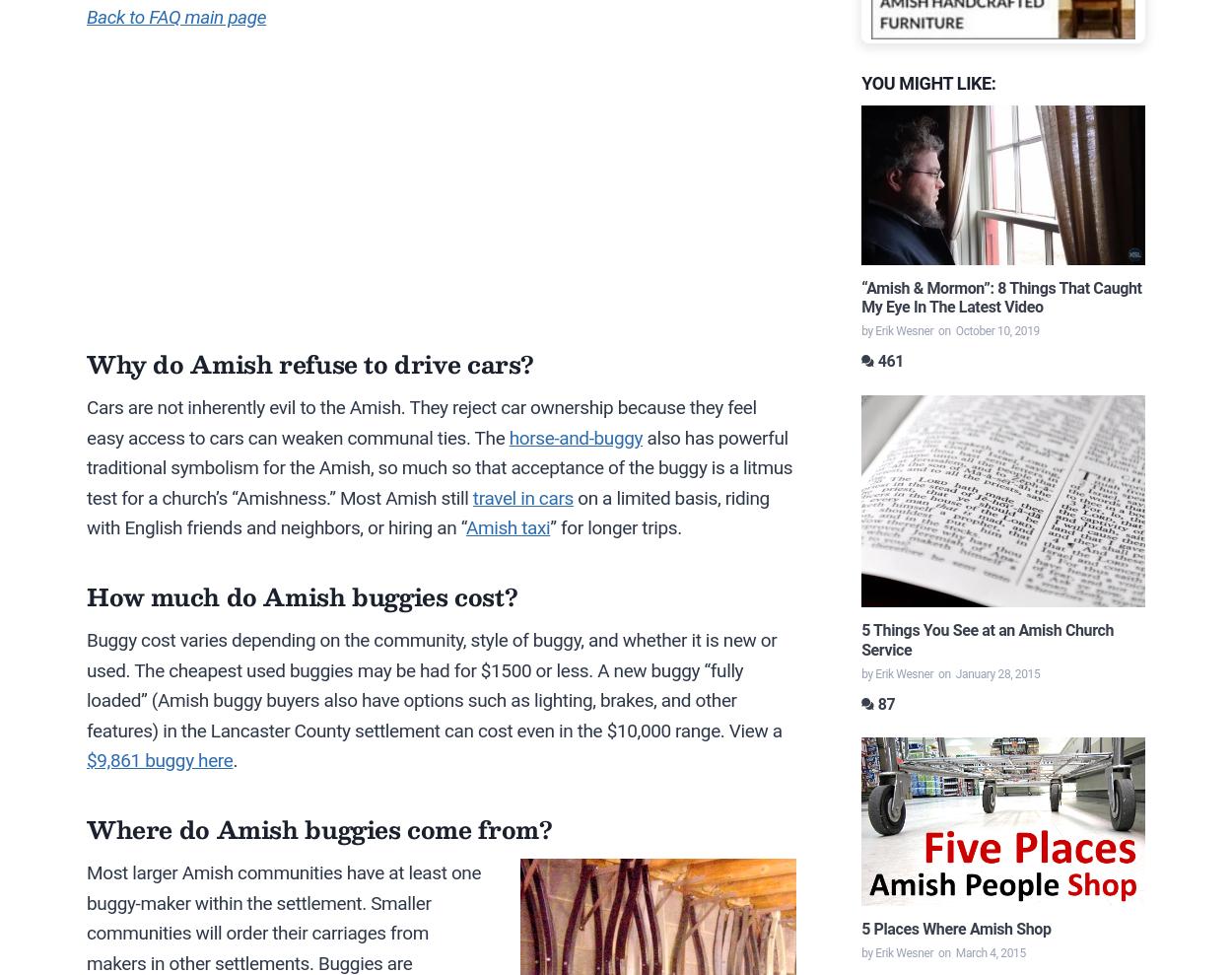 This screenshot has width=1232, height=975. What do you see at coordinates (509, 436) in the screenshot?
I see `'horse-and-buggy'` at bounding box center [509, 436].